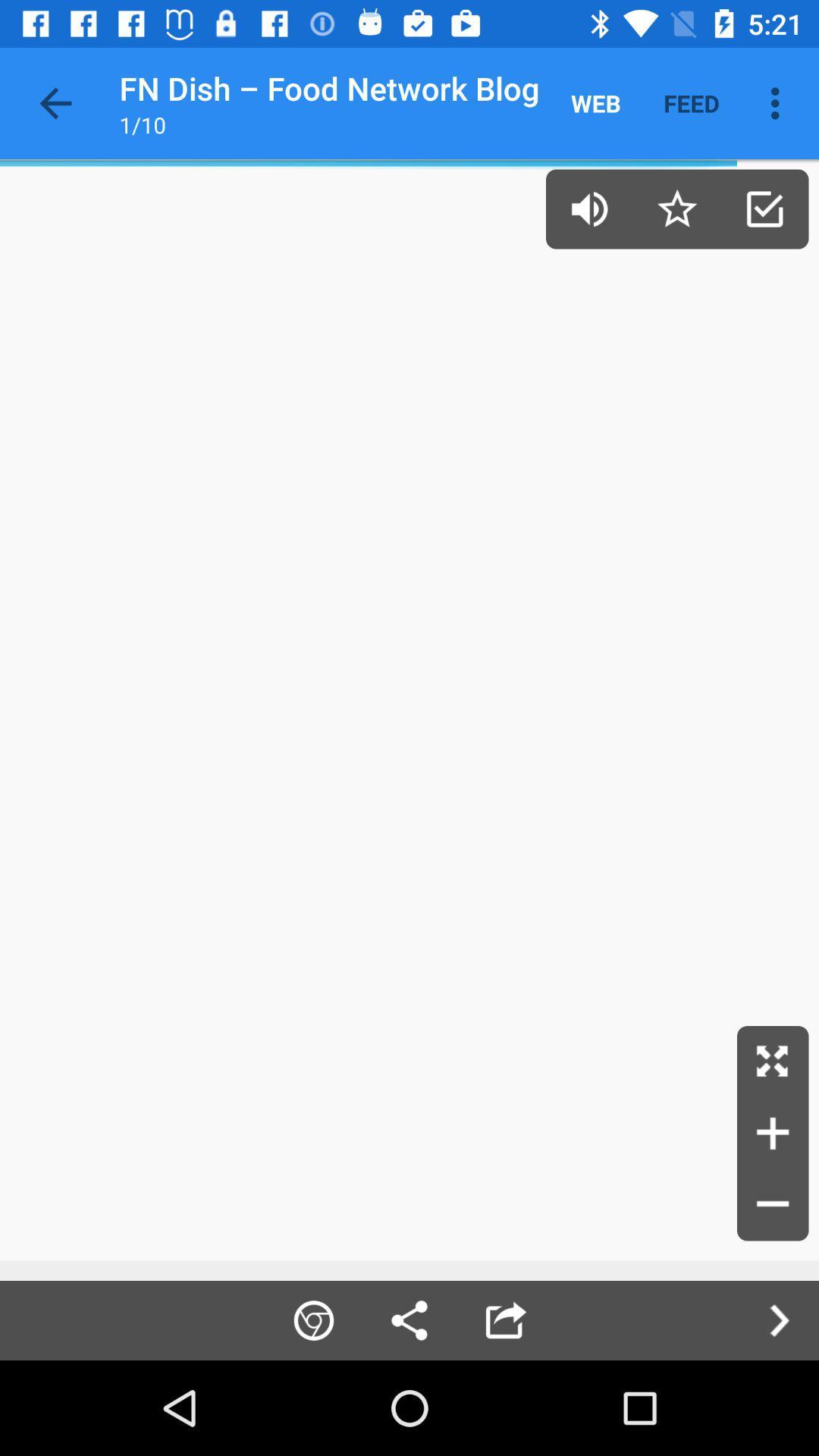 Image resolution: width=819 pixels, height=1456 pixels. I want to click on mute audio, so click(588, 208).